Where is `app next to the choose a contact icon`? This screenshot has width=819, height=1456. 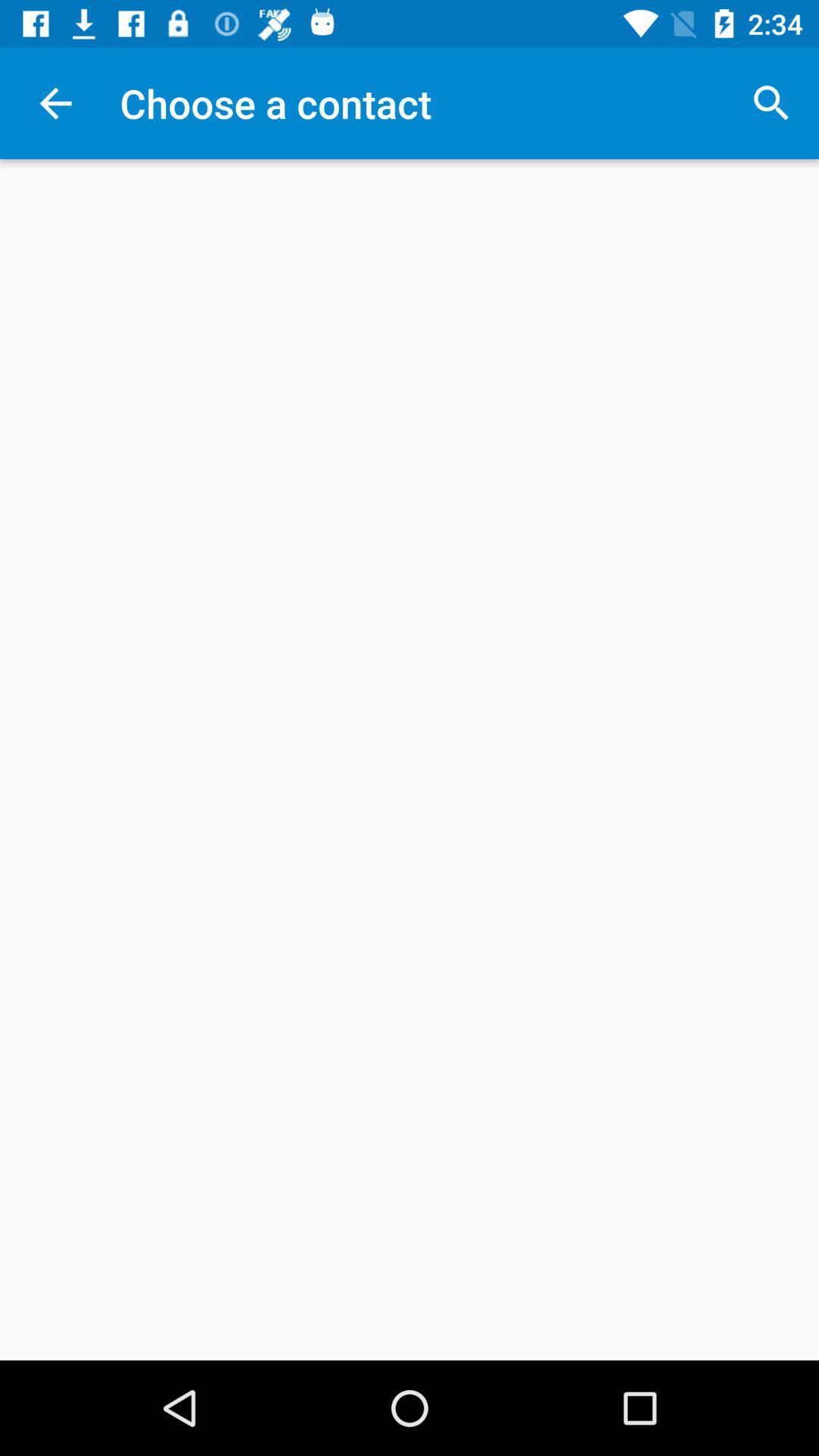
app next to the choose a contact icon is located at coordinates (771, 102).